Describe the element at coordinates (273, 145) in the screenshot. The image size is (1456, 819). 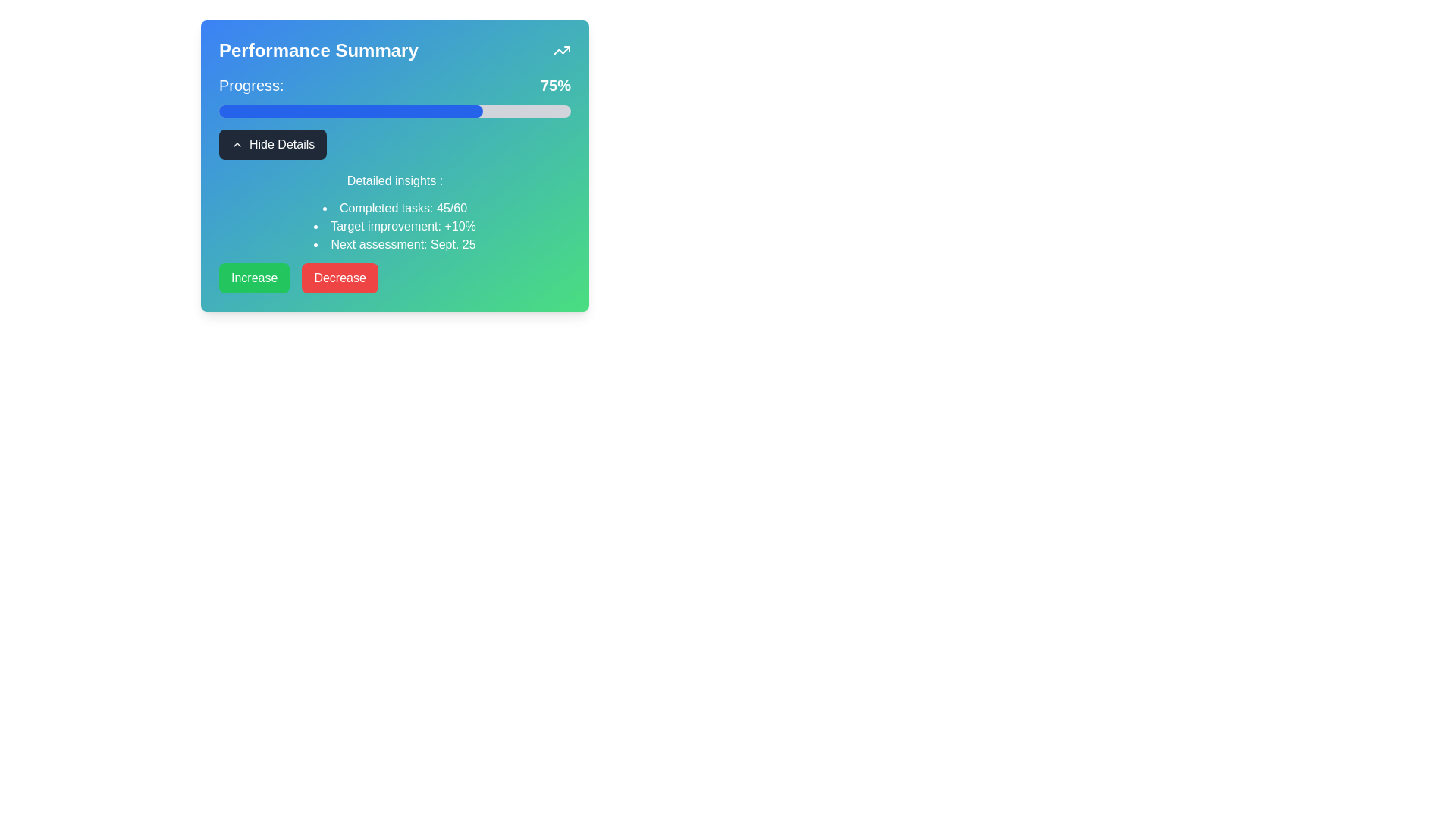
I see `the toggle button` at that location.